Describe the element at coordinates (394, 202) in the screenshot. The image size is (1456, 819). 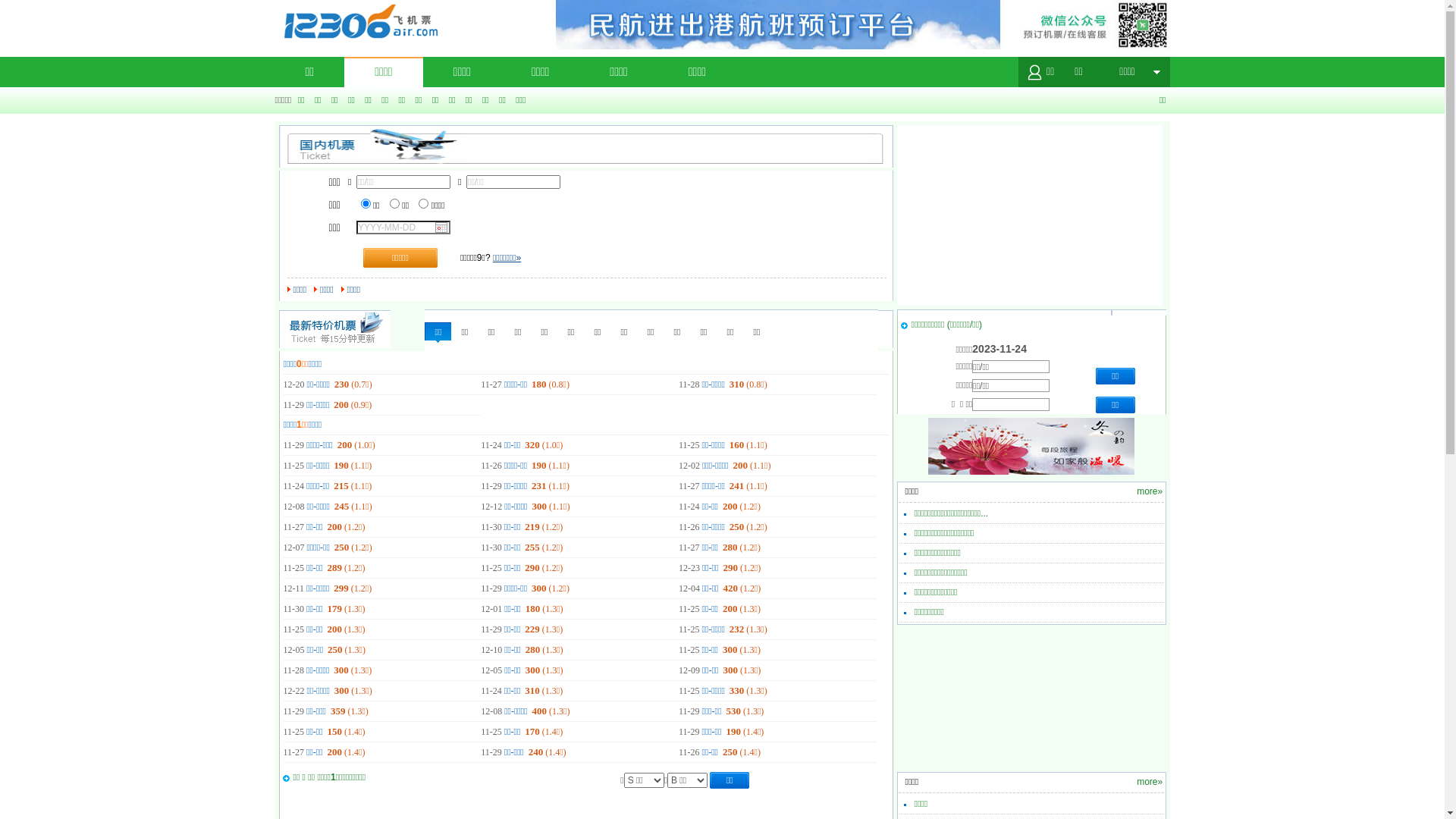
I see `'2'` at that location.